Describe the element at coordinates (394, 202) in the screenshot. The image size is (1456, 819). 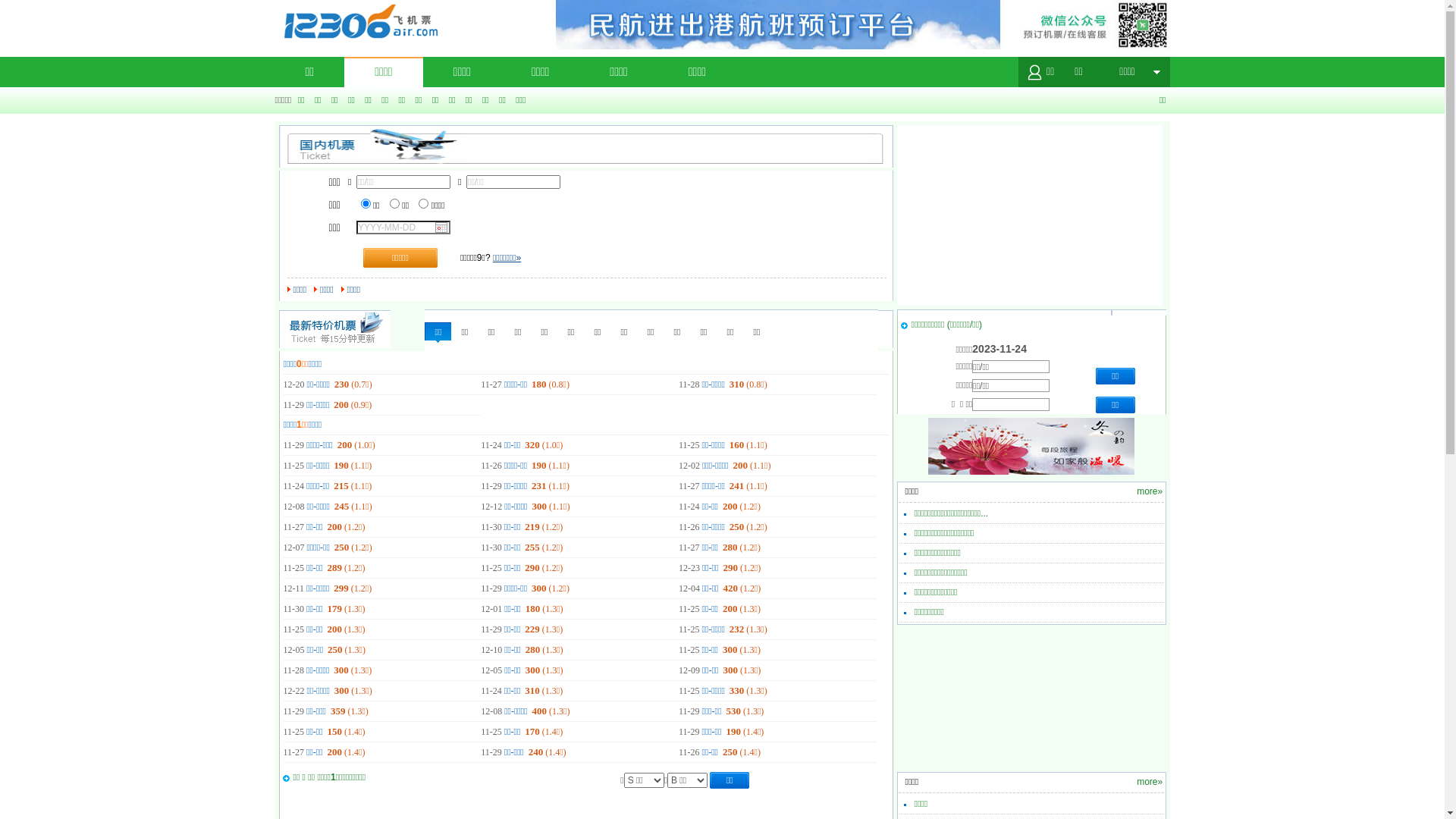
I see `'2'` at that location.